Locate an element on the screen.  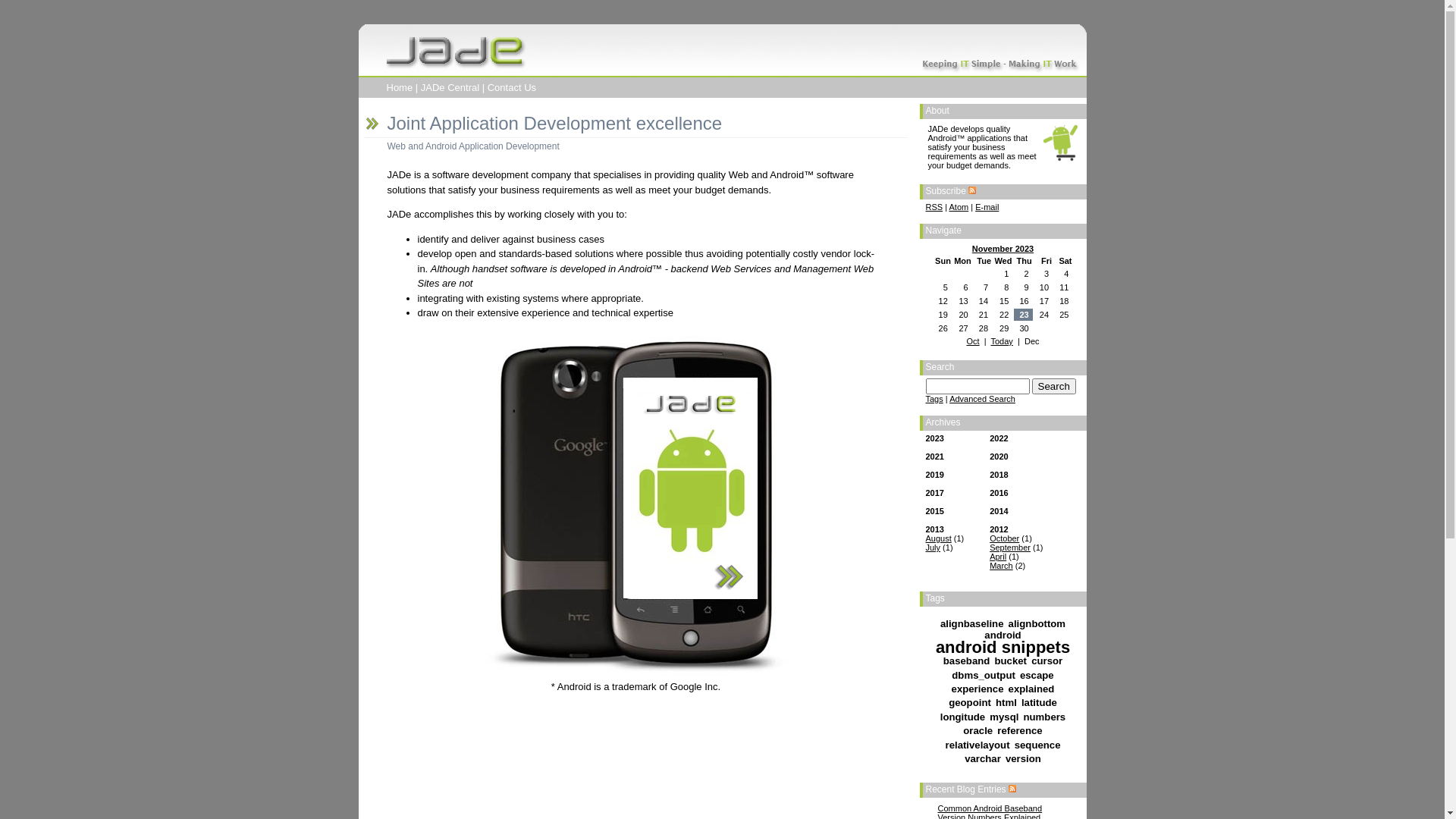
'Oct' is located at coordinates (965, 341).